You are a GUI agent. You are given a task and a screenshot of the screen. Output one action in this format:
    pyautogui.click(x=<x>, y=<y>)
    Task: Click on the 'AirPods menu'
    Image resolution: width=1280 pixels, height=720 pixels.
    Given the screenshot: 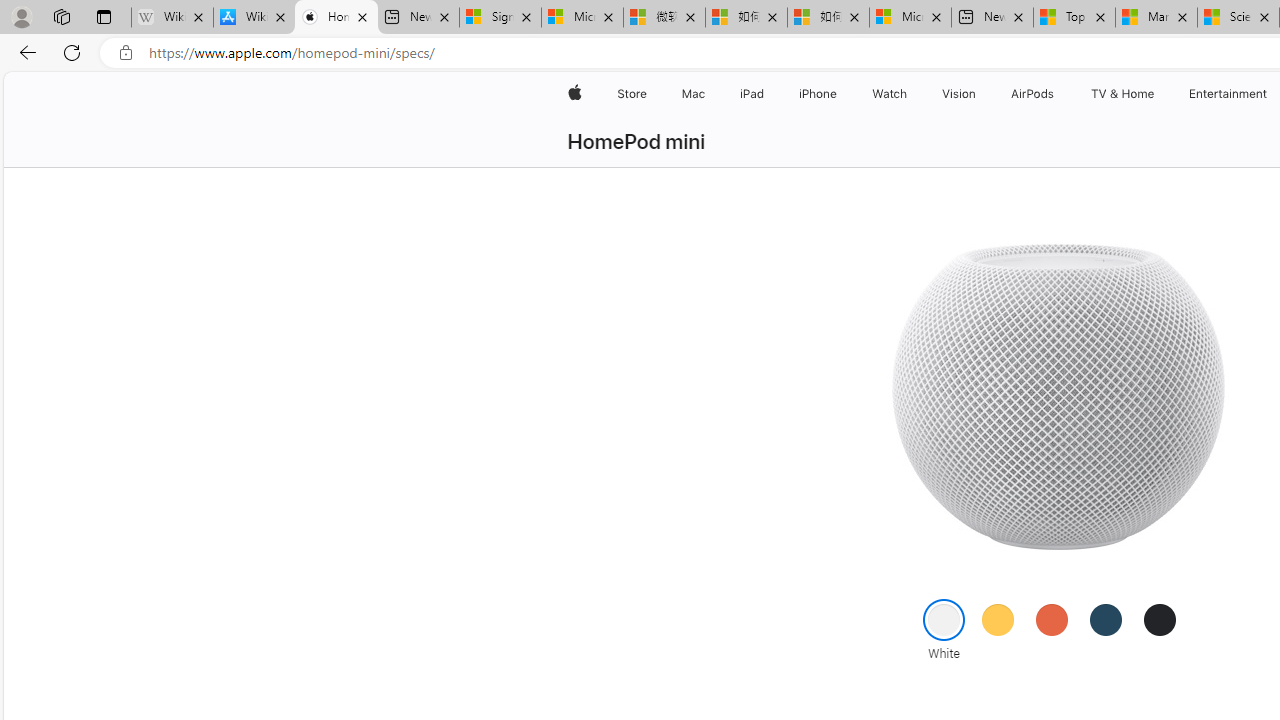 What is the action you would take?
    pyautogui.click(x=1057, y=93)
    